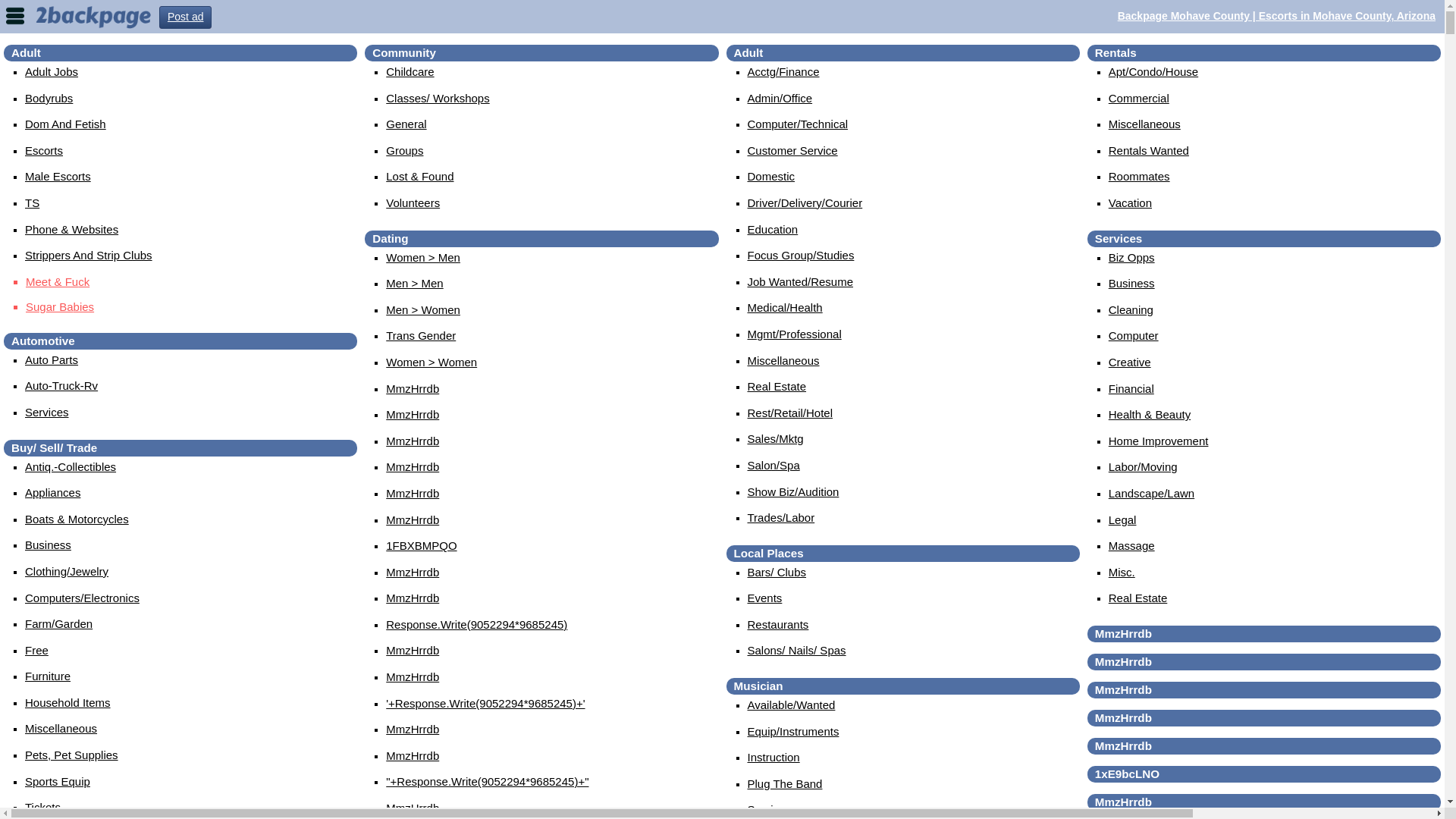  I want to click on 'Household Items', so click(25, 702).